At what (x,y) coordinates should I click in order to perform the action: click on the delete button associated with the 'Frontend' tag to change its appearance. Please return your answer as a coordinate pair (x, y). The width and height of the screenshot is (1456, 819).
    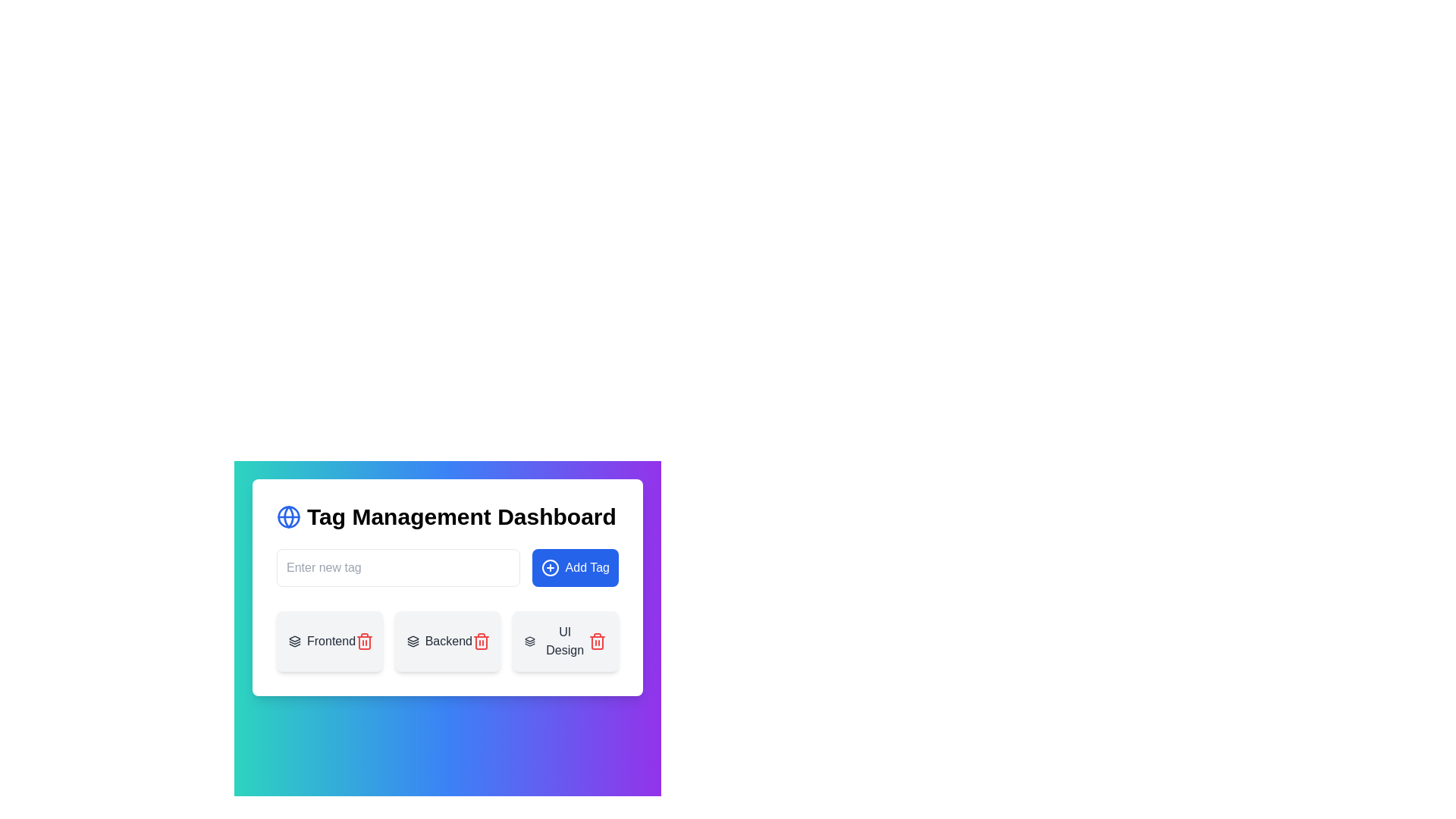
    Looking at the image, I should click on (364, 641).